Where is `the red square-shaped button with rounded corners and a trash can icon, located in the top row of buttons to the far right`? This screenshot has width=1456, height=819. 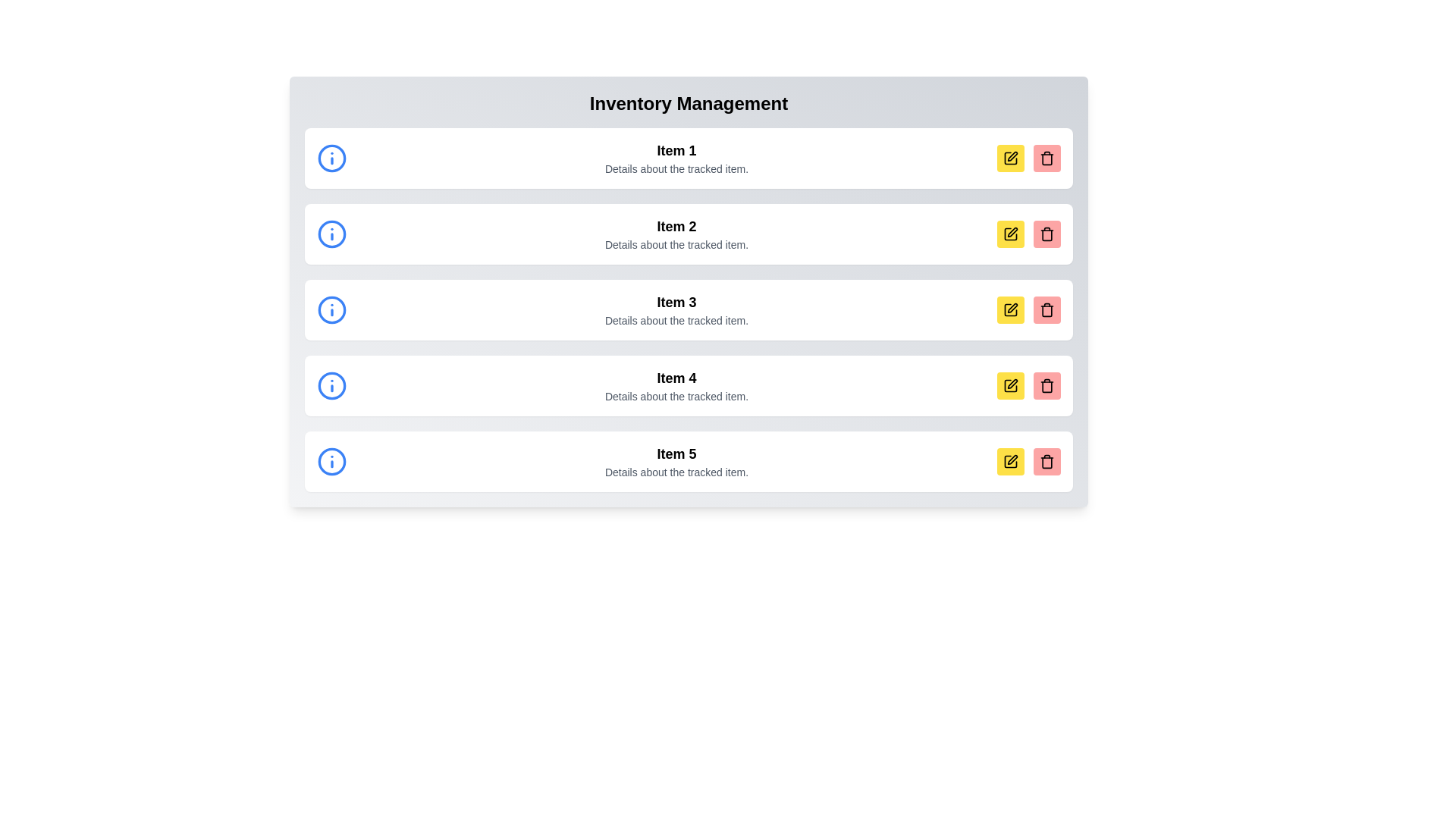 the red square-shaped button with rounded corners and a trash can icon, located in the top row of buttons to the far right is located at coordinates (1046, 158).